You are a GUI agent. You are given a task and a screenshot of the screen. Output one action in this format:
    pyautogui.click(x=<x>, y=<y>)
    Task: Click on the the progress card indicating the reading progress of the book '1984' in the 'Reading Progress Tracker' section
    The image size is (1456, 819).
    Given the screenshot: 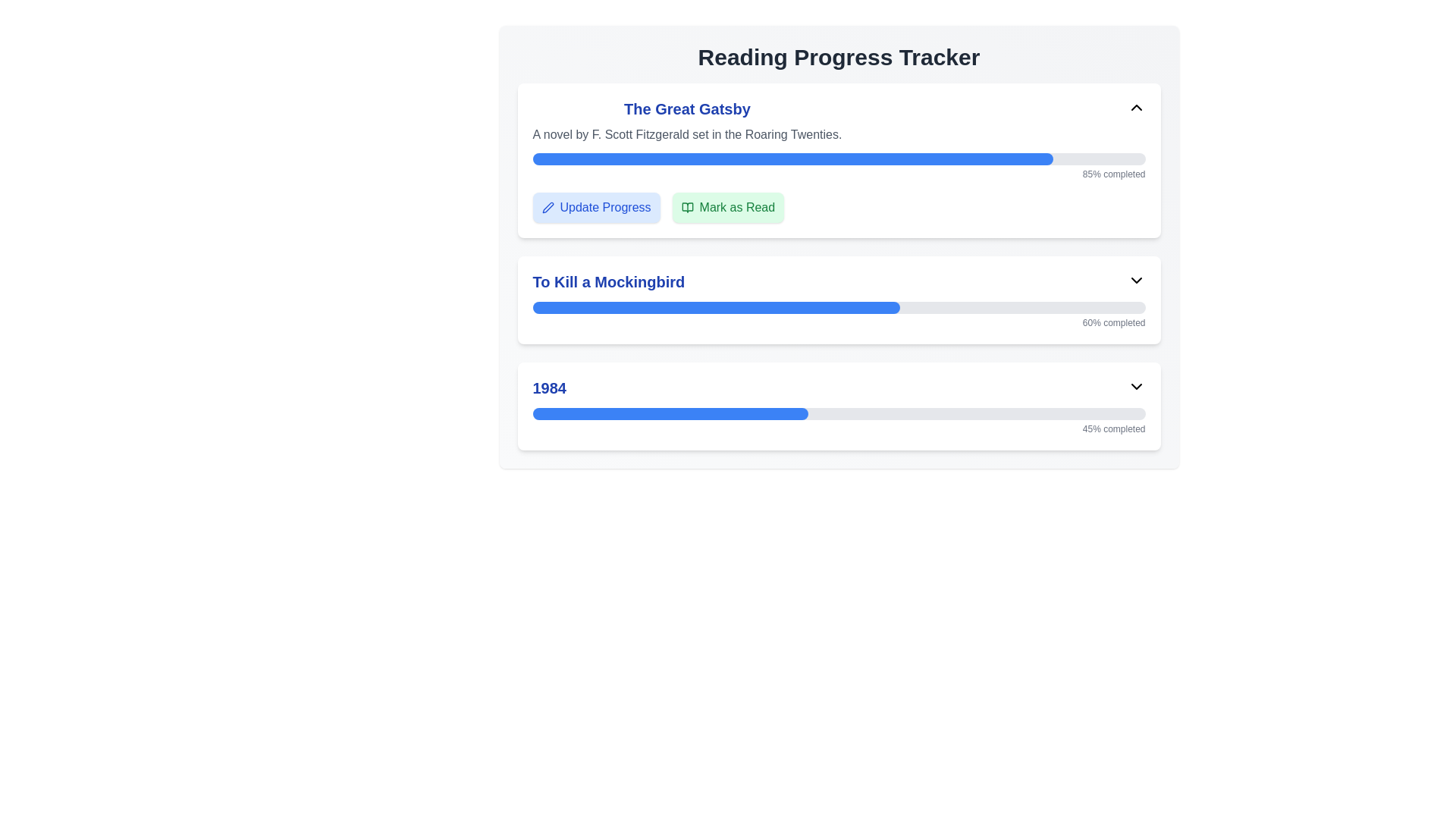 What is the action you would take?
    pyautogui.click(x=838, y=406)
    